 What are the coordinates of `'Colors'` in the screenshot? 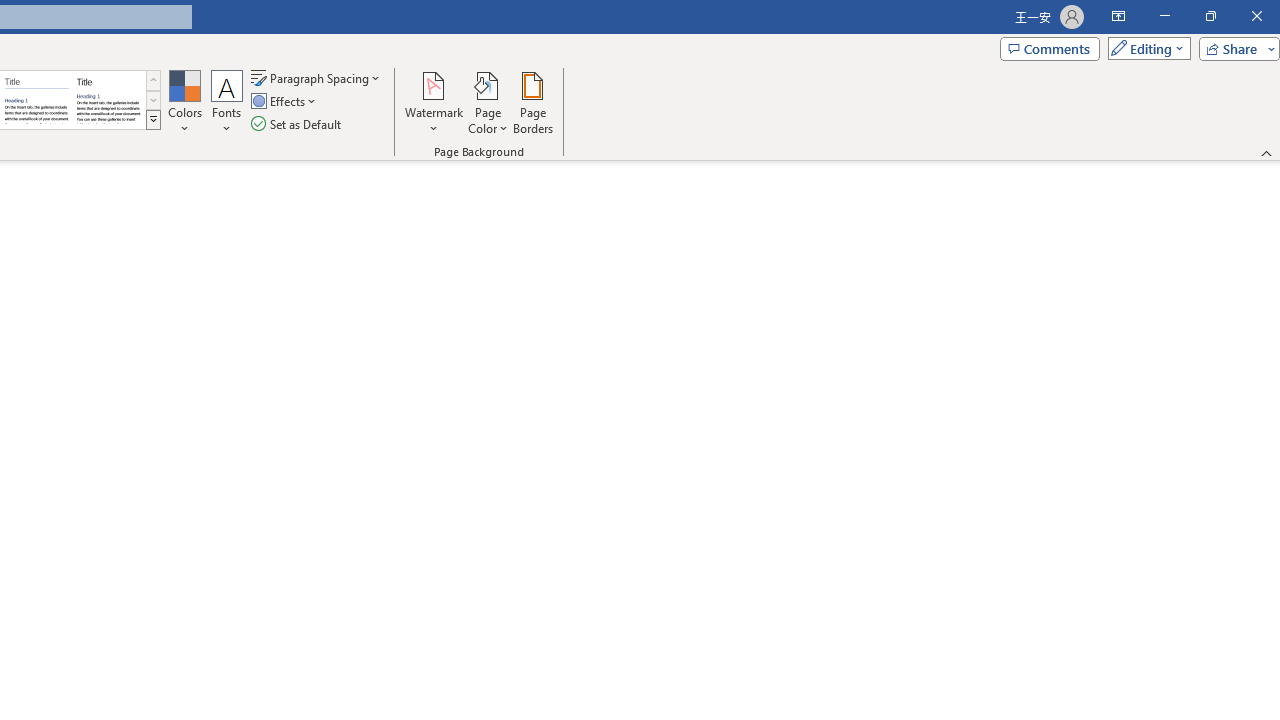 It's located at (184, 103).